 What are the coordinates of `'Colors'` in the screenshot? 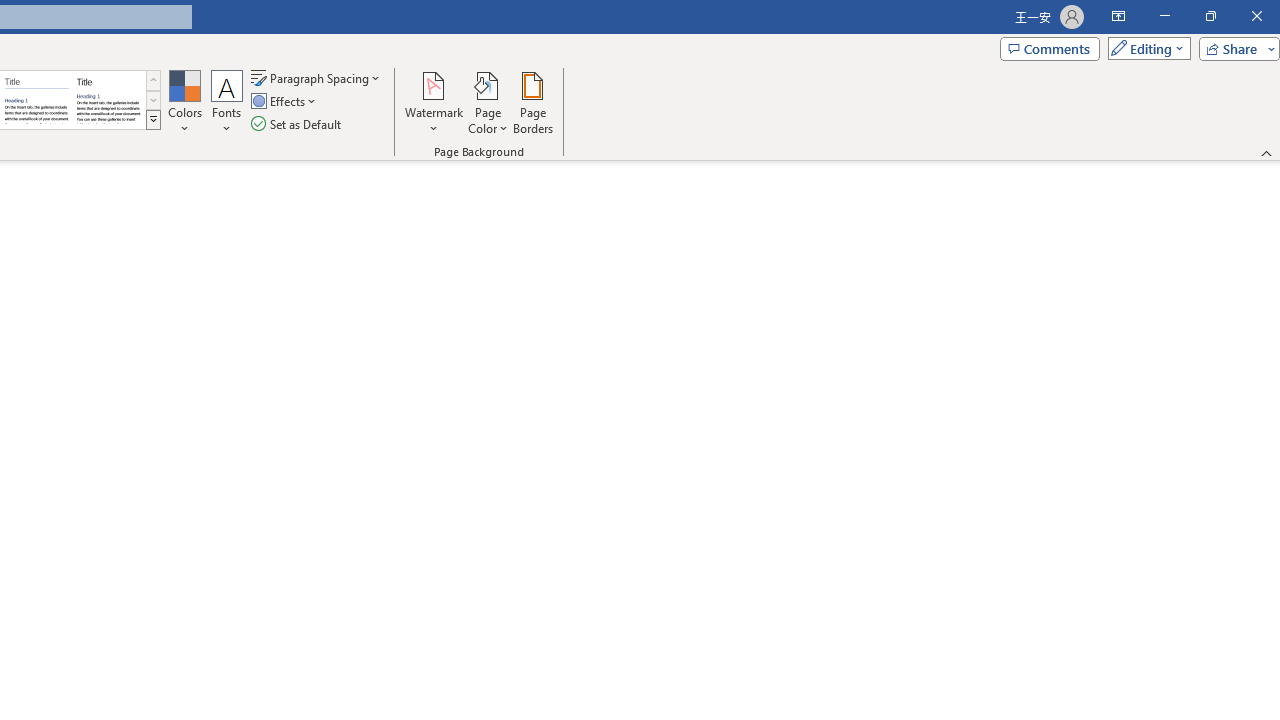 It's located at (184, 103).